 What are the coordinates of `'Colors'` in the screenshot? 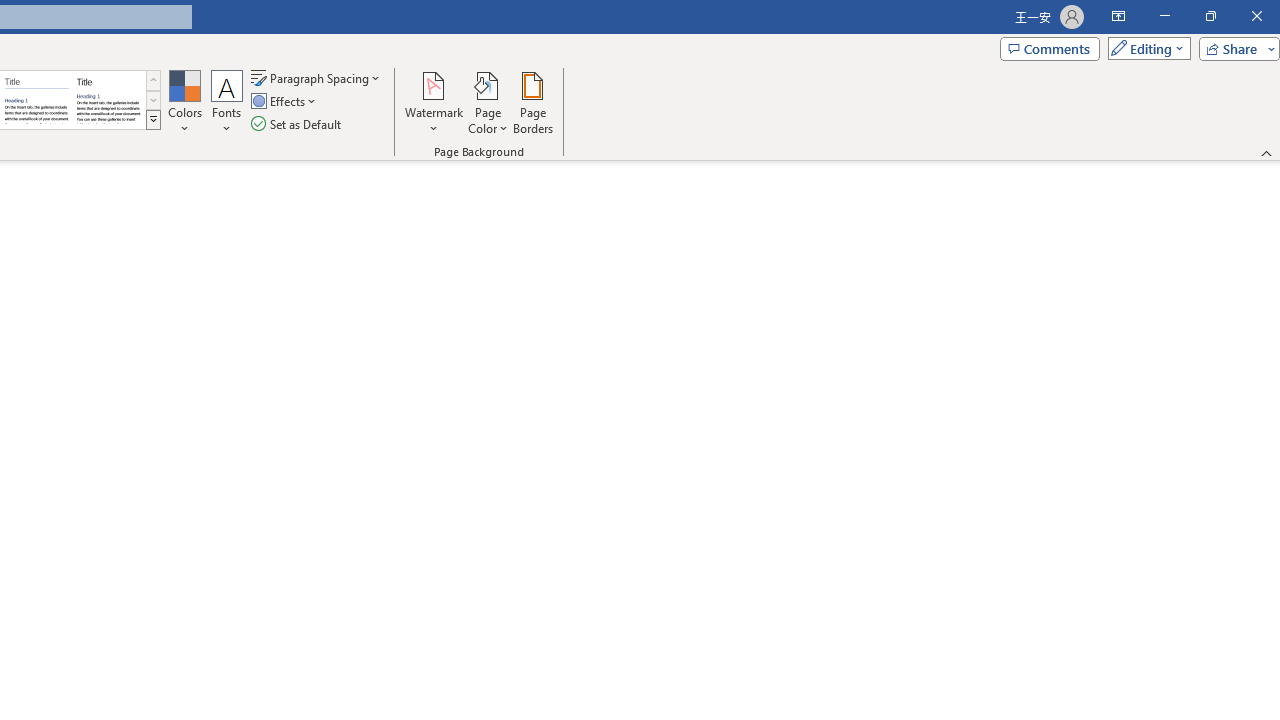 It's located at (184, 103).